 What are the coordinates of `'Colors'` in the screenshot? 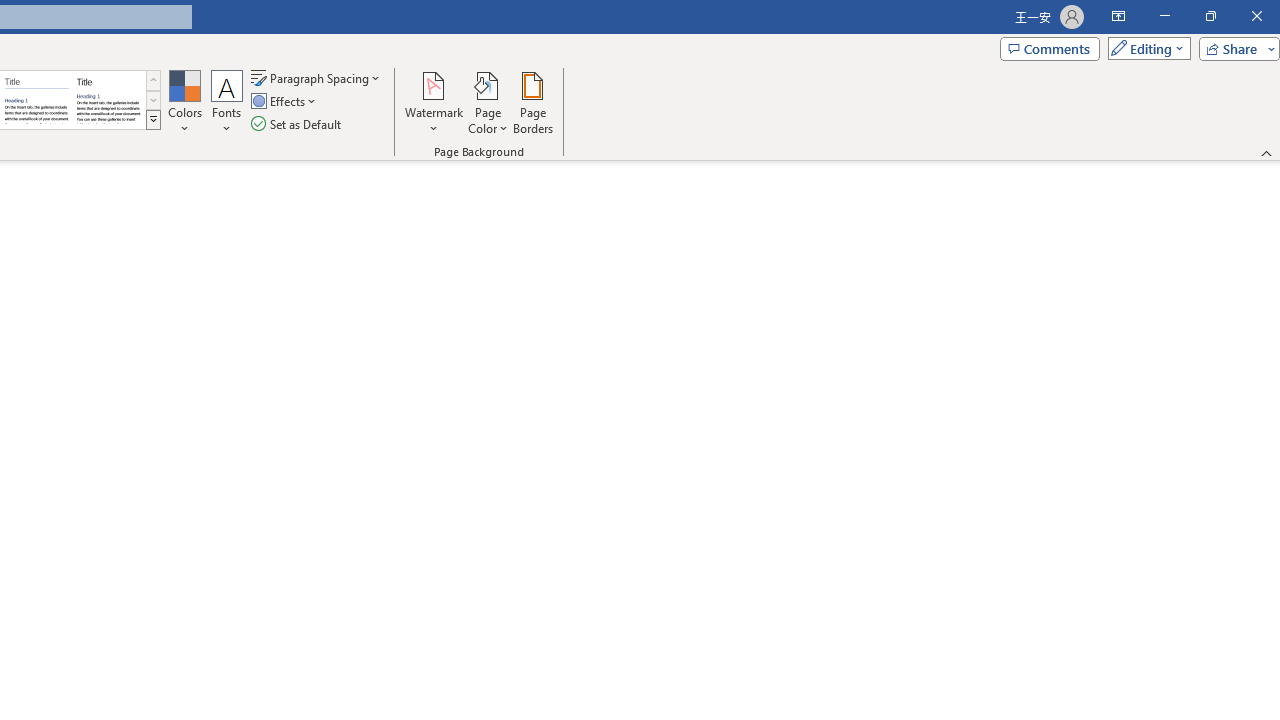 It's located at (184, 103).